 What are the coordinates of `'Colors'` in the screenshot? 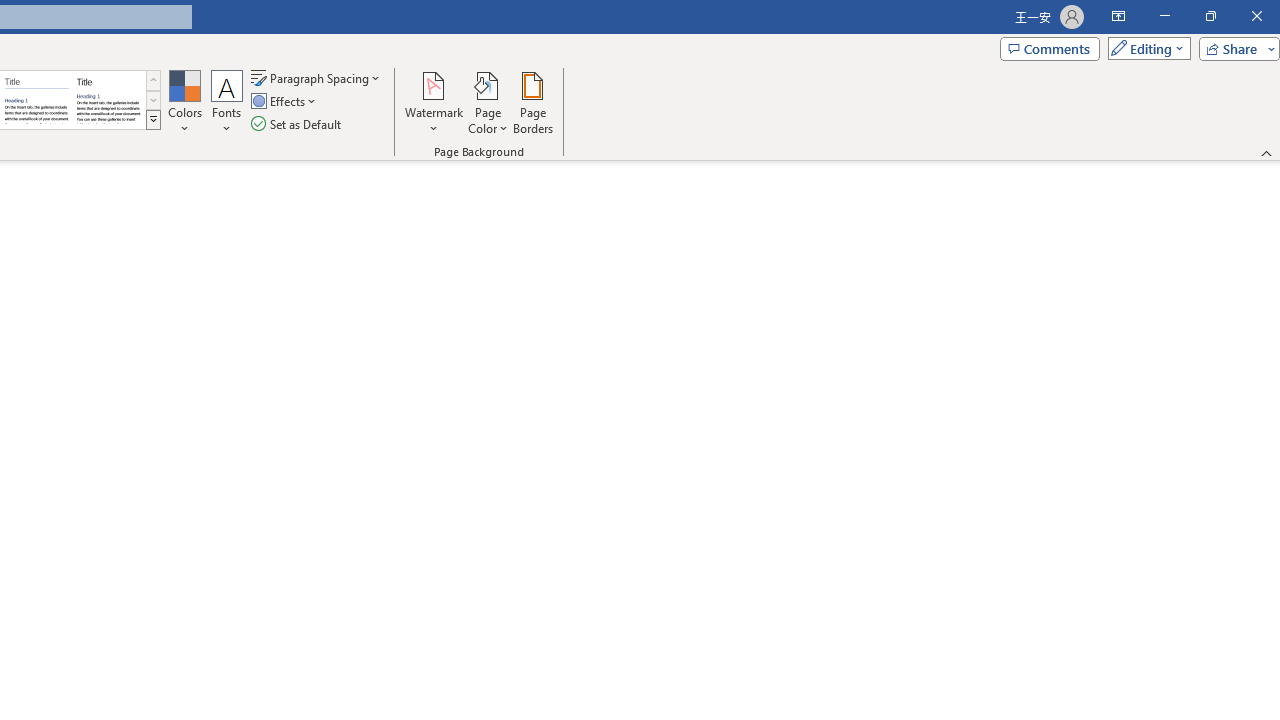 It's located at (184, 103).